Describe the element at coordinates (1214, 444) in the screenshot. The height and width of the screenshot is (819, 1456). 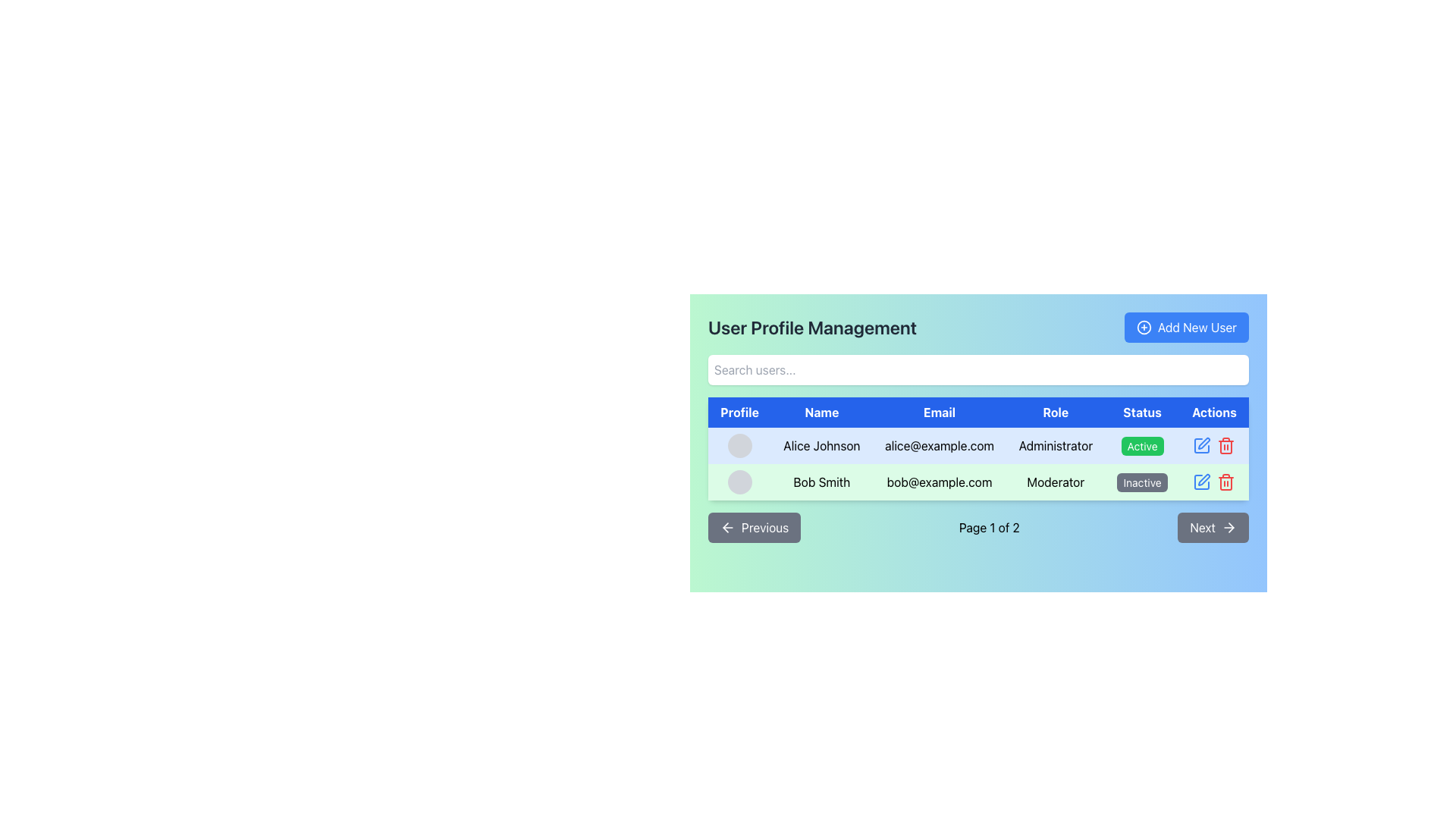
I see `the interactive buttons in the 'Actions' column for user 'Alice Johnson'` at that location.